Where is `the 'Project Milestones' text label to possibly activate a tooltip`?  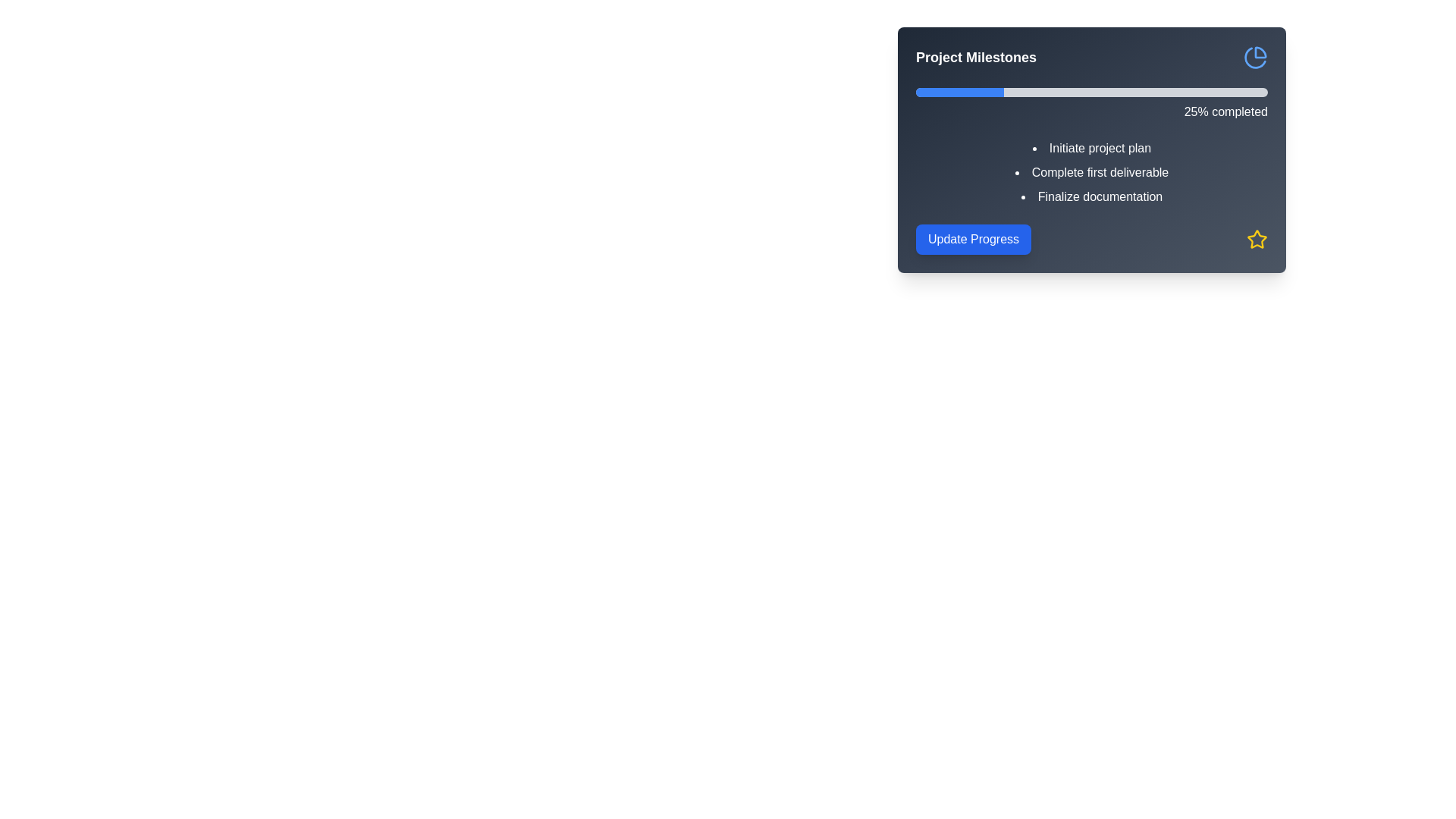 the 'Project Milestones' text label to possibly activate a tooltip is located at coordinates (976, 57).